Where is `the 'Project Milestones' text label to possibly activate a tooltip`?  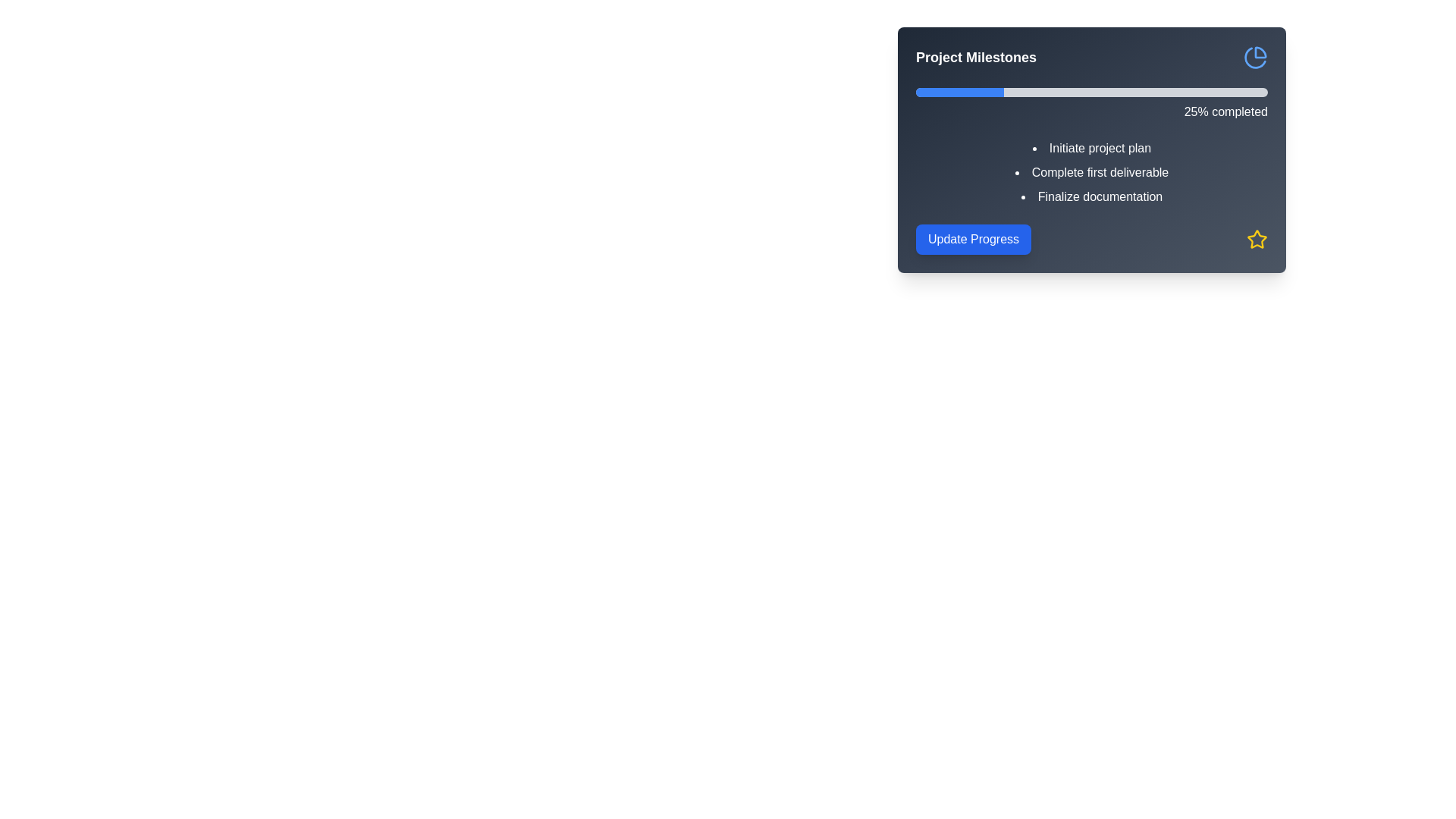 the 'Project Milestones' text label to possibly activate a tooltip is located at coordinates (976, 57).